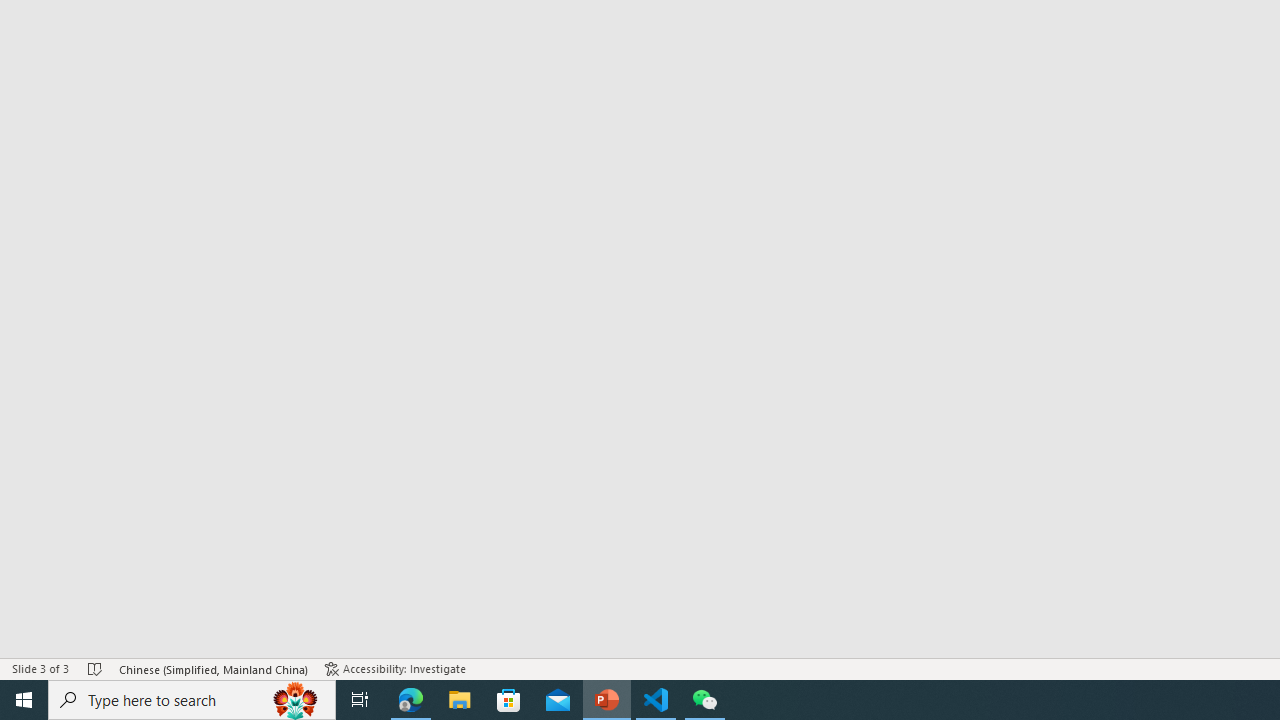  What do you see at coordinates (705, 698) in the screenshot?
I see `'WeChat - 1 running window'` at bounding box center [705, 698].